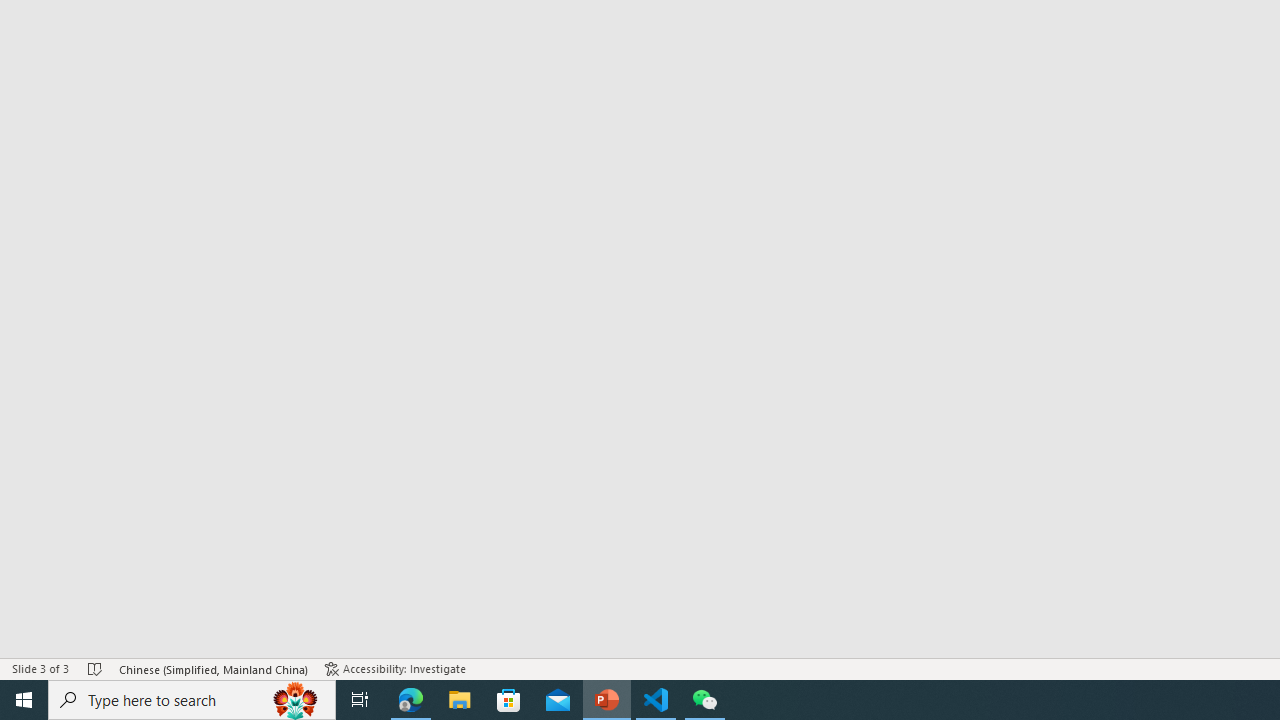  What do you see at coordinates (705, 698) in the screenshot?
I see `'WeChat - 1 running window'` at bounding box center [705, 698].